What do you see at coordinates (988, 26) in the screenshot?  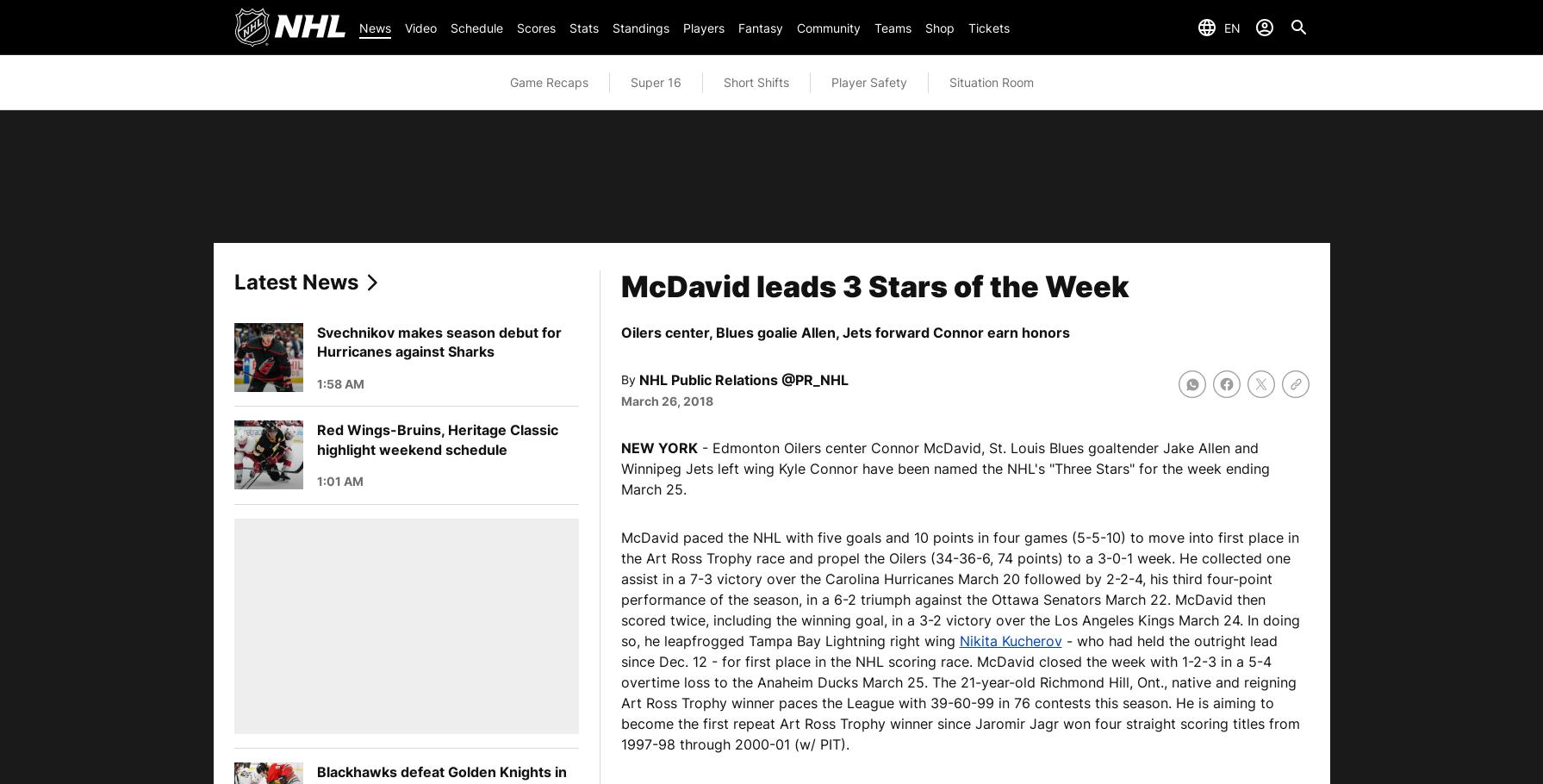 I see `'Tickets'` at bounding box center [988, 26].